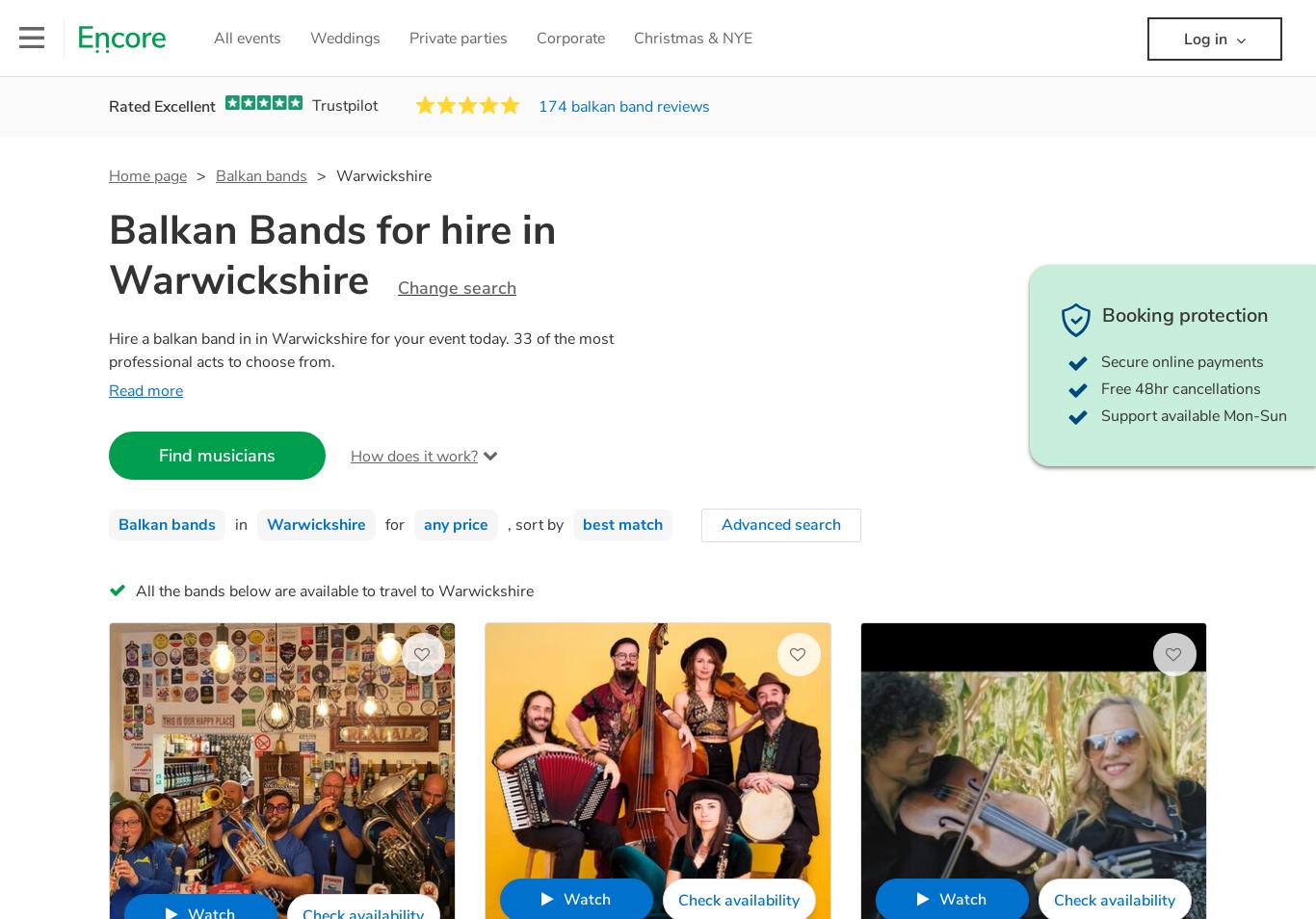 The image size is (1316, 919). I want to click on 'bands', so click(203, 590).